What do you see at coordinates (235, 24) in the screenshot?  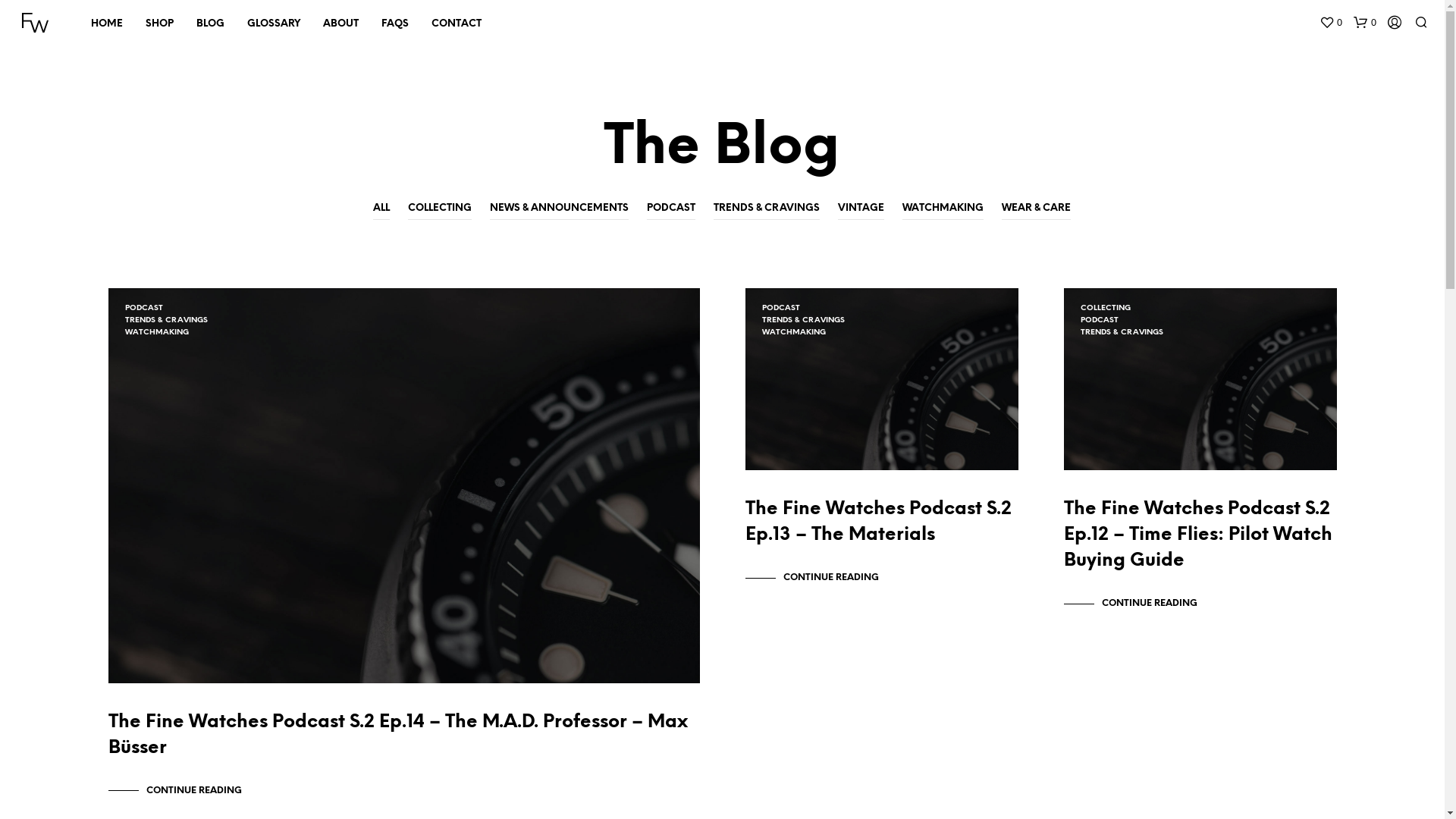 I see `'GLOSSARY'` at bounding box center [235, 24].